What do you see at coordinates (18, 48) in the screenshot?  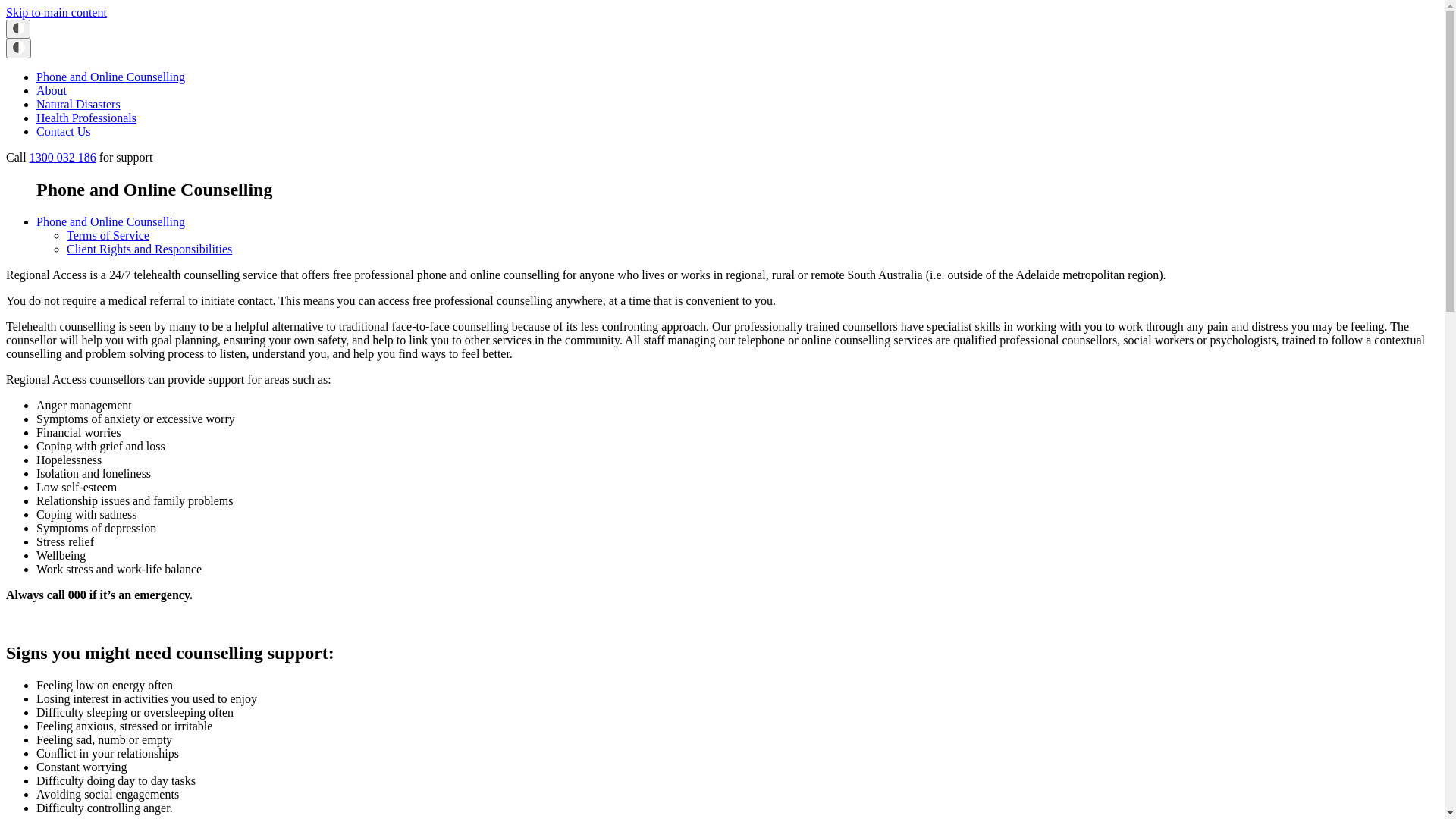 I see `'Toggle High Contrast icon'` at bounding box center [18, 48].